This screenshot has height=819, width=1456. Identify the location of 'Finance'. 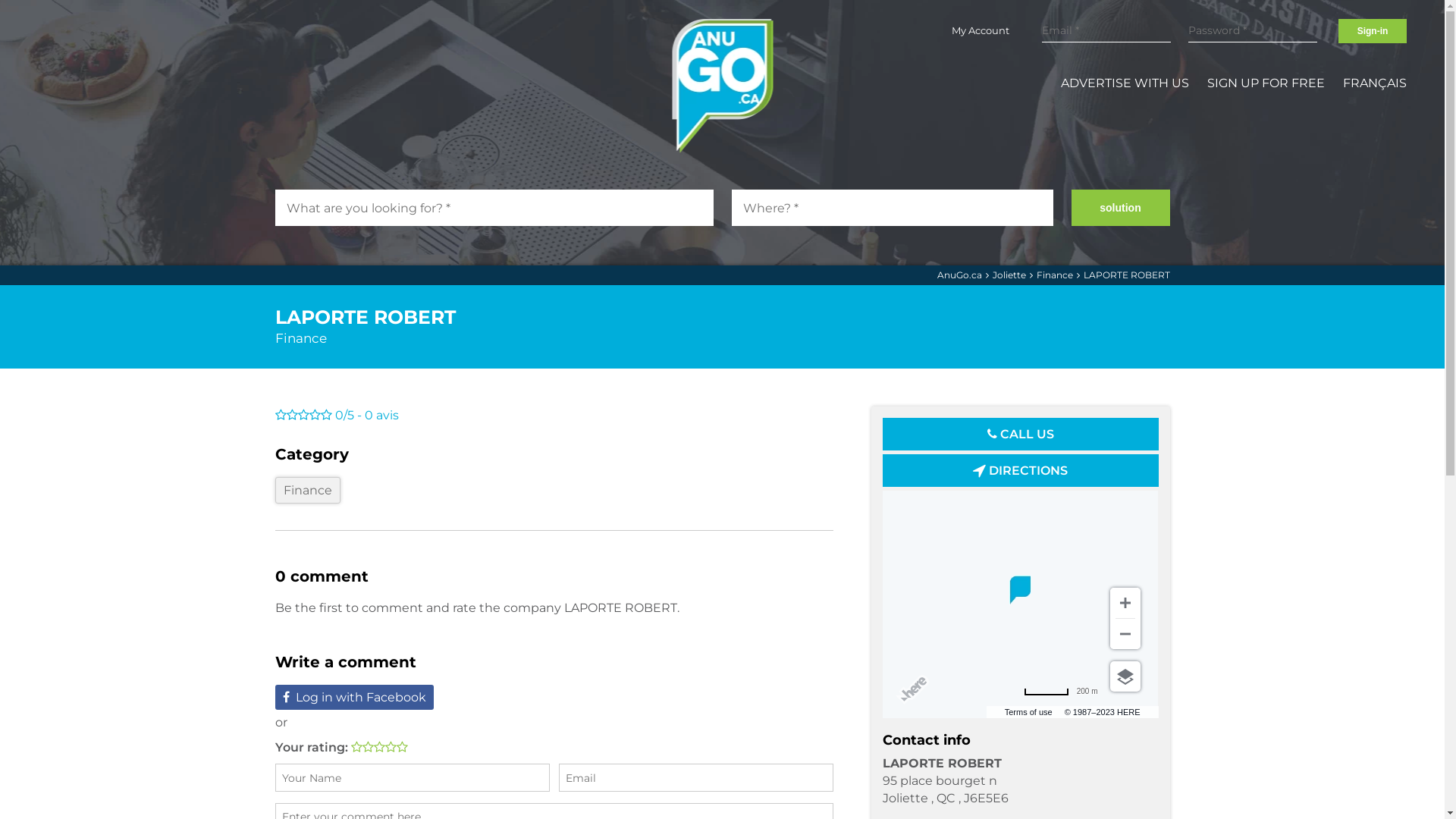
(306, 490).